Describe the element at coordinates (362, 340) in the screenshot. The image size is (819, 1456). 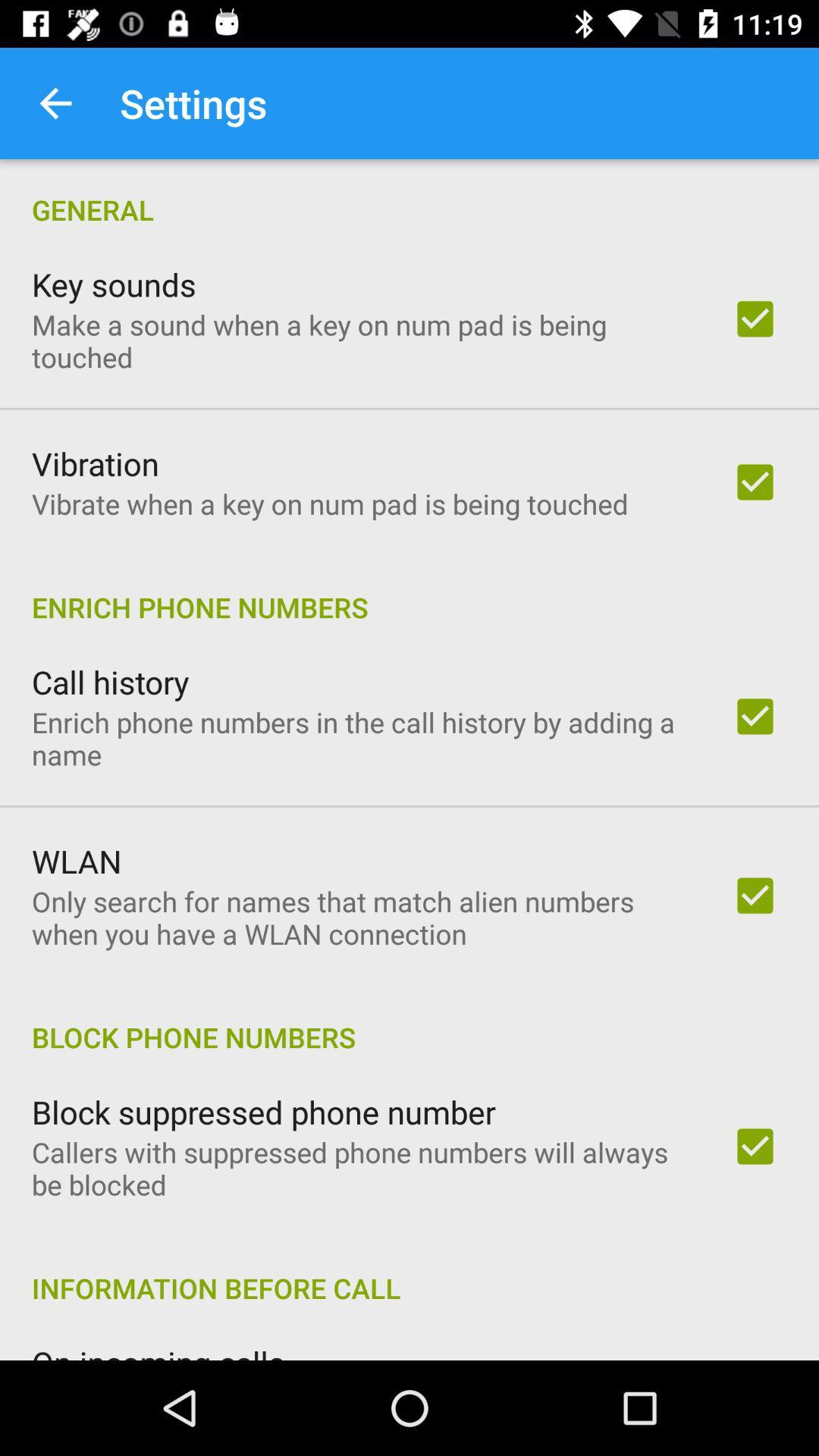
I see `make a sound item` at that location.